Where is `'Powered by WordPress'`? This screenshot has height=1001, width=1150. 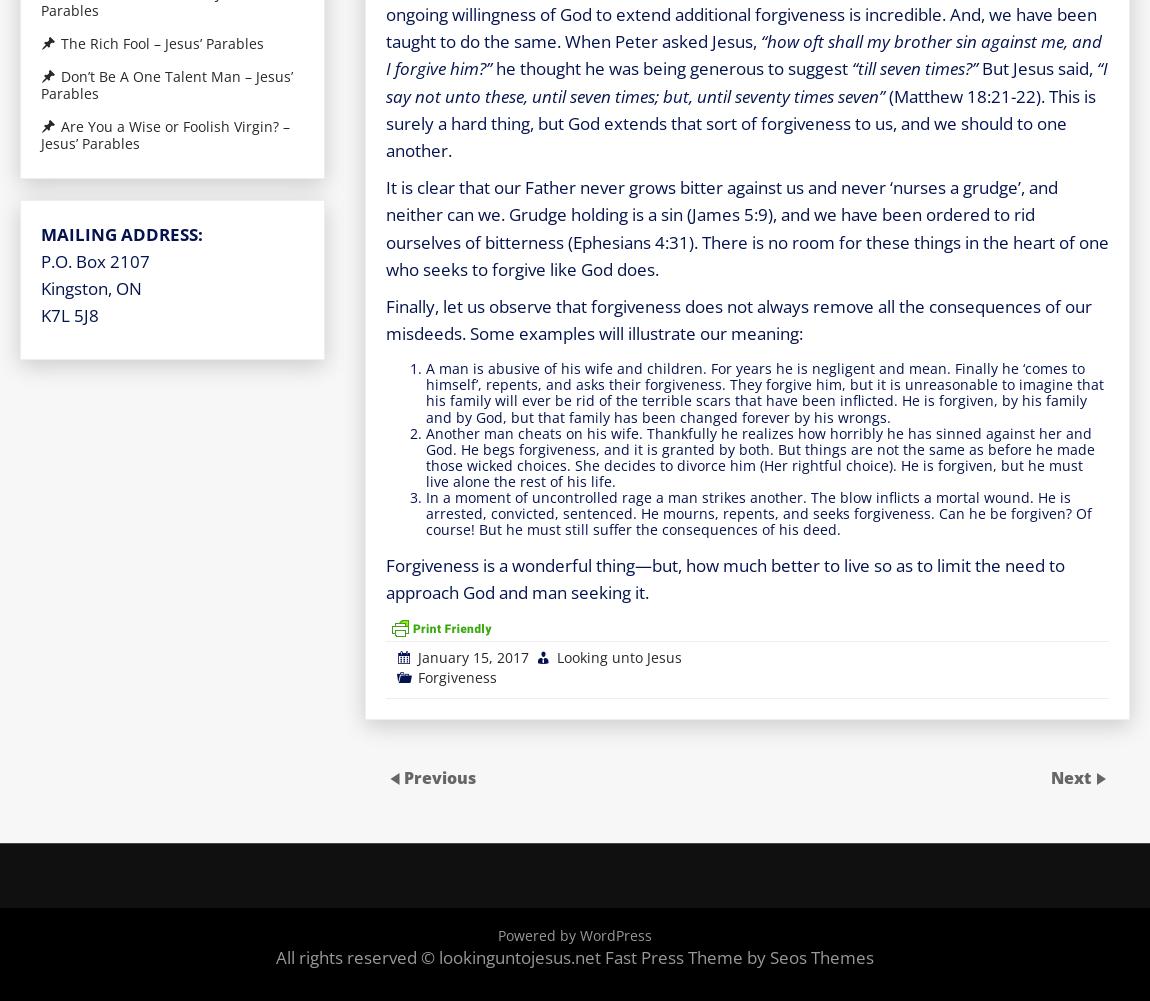
'Powered by WordPress' is located at coordinates (497, 933).